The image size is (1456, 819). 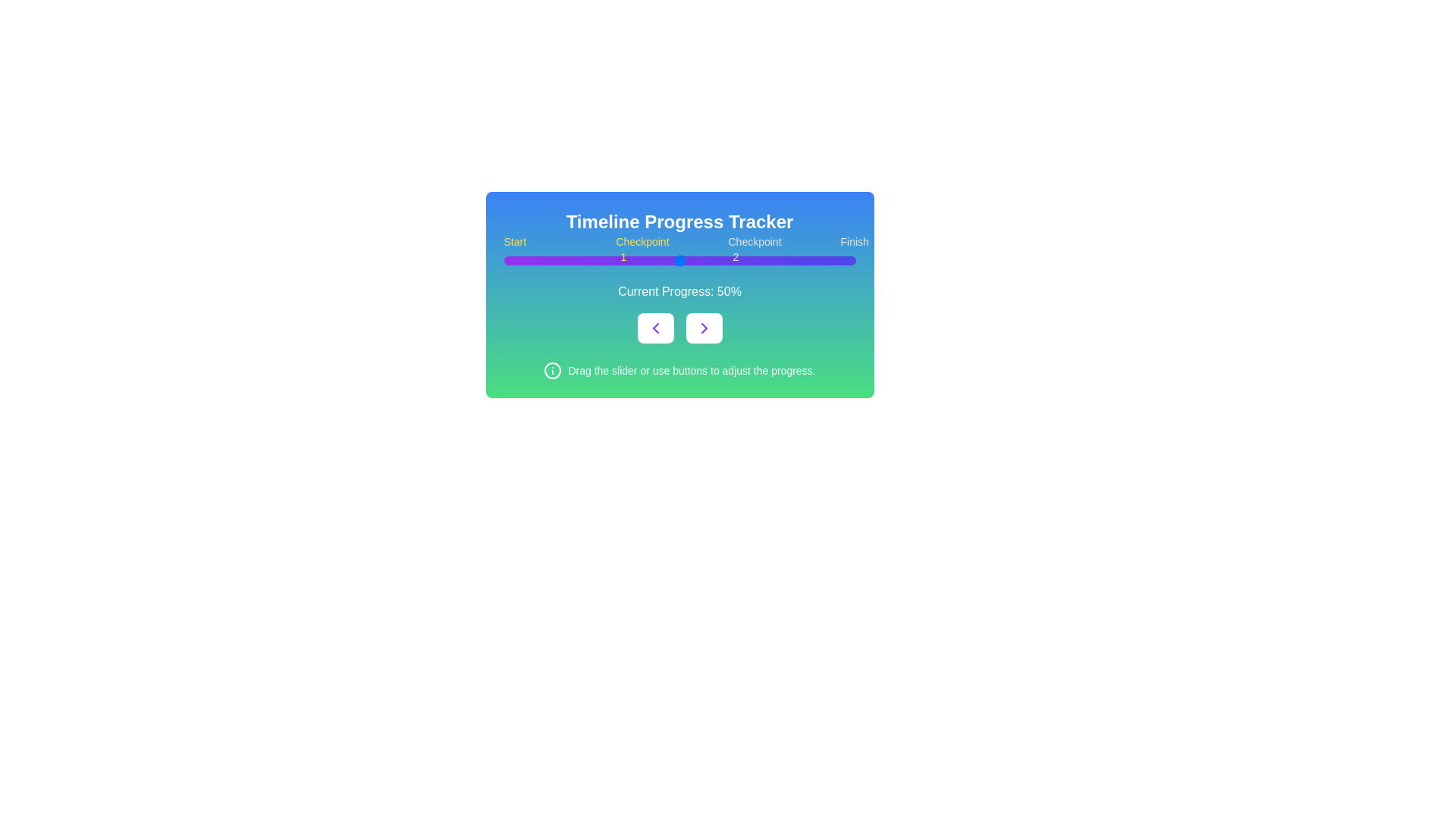 I want to click on progress on the slider, so click(x=563, y=259).